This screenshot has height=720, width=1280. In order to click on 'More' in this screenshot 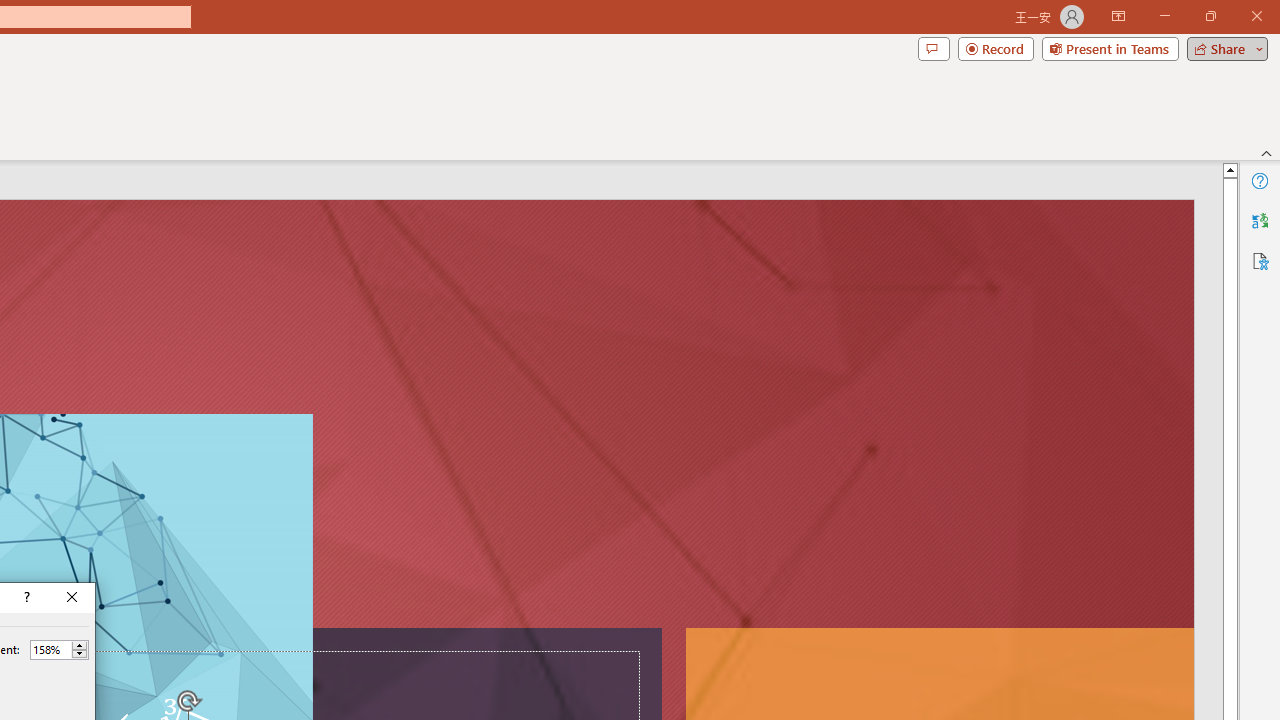, I will do `click(79, 645)`.